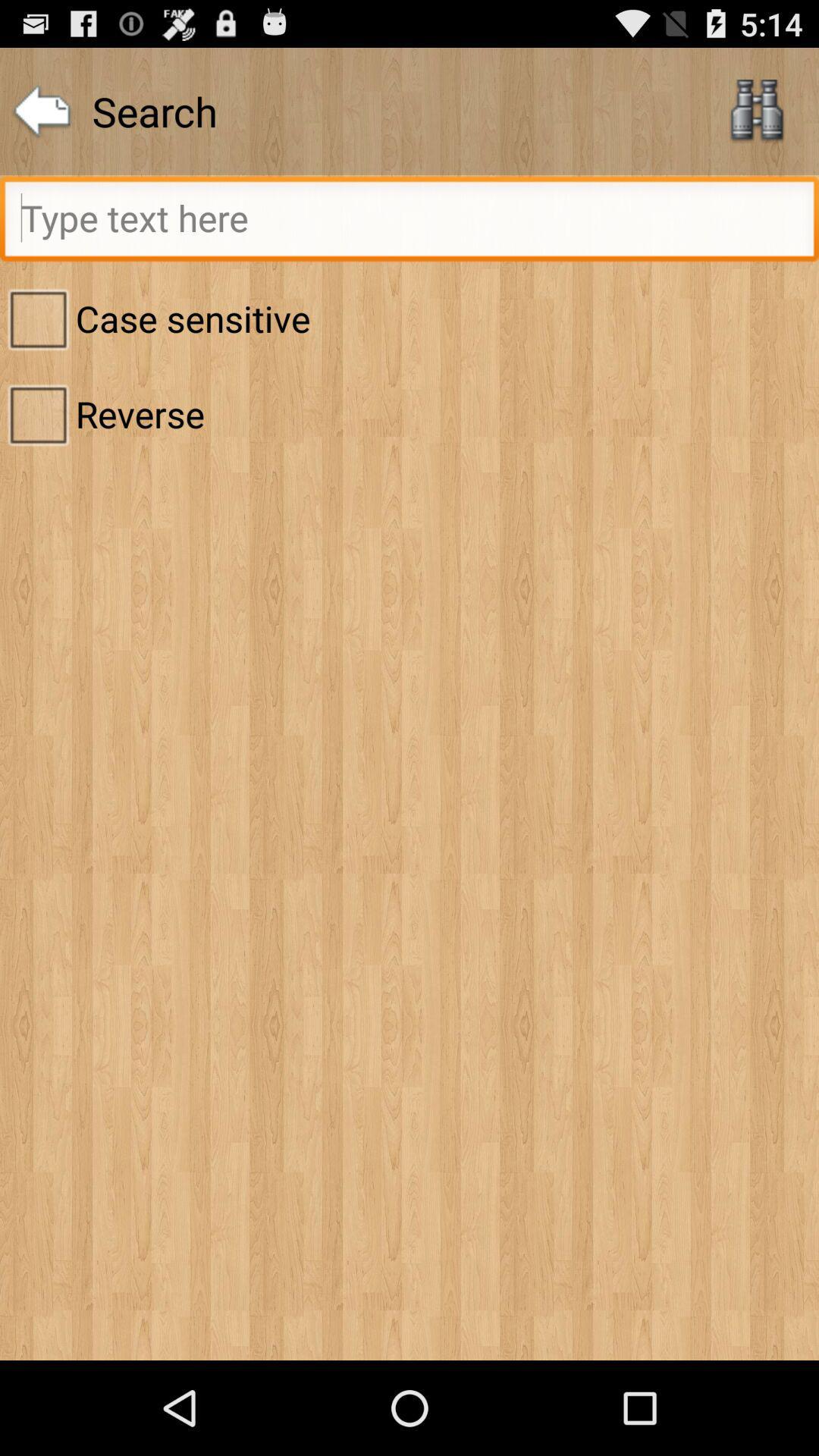  What do you see at coordinates (409, 221) in the screenshot?
I see `search` at bounding box center [409, 221].